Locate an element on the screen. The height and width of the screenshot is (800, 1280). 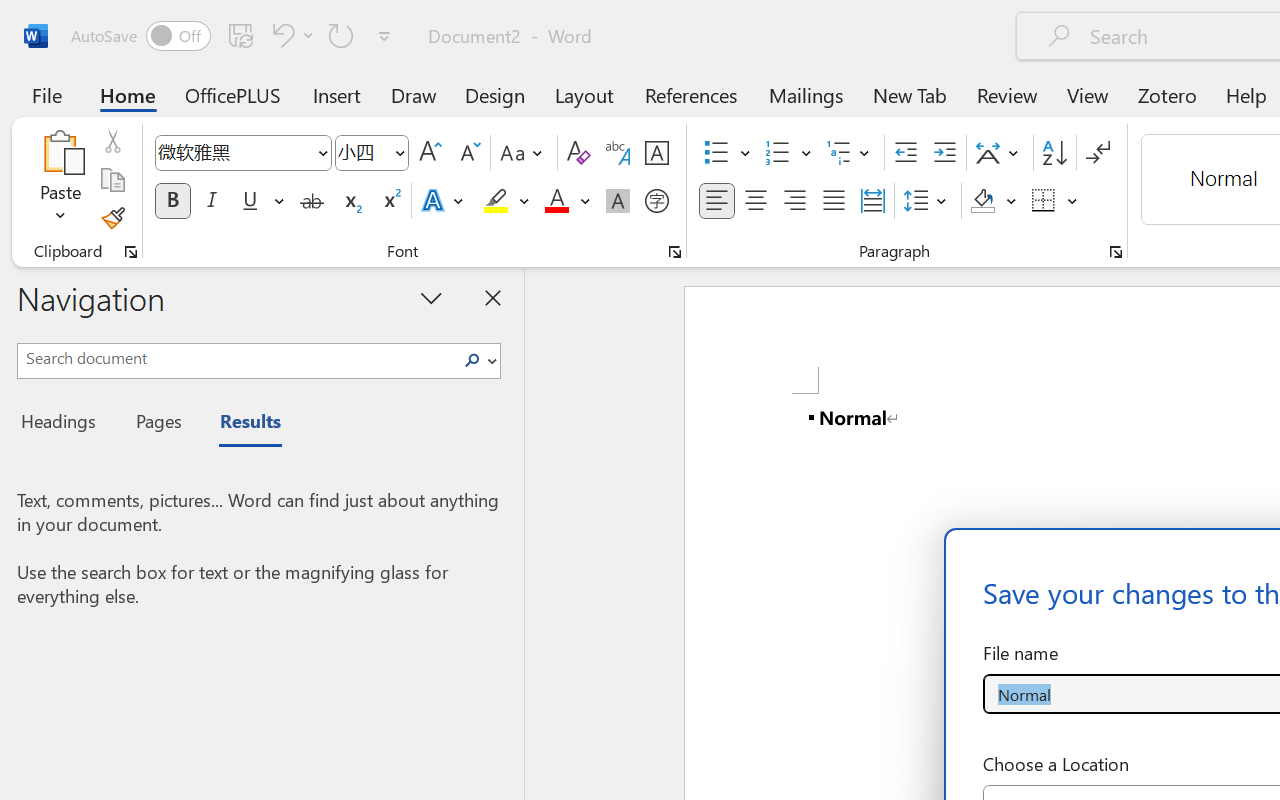
'Headings' is located at coordinates (65, 424).